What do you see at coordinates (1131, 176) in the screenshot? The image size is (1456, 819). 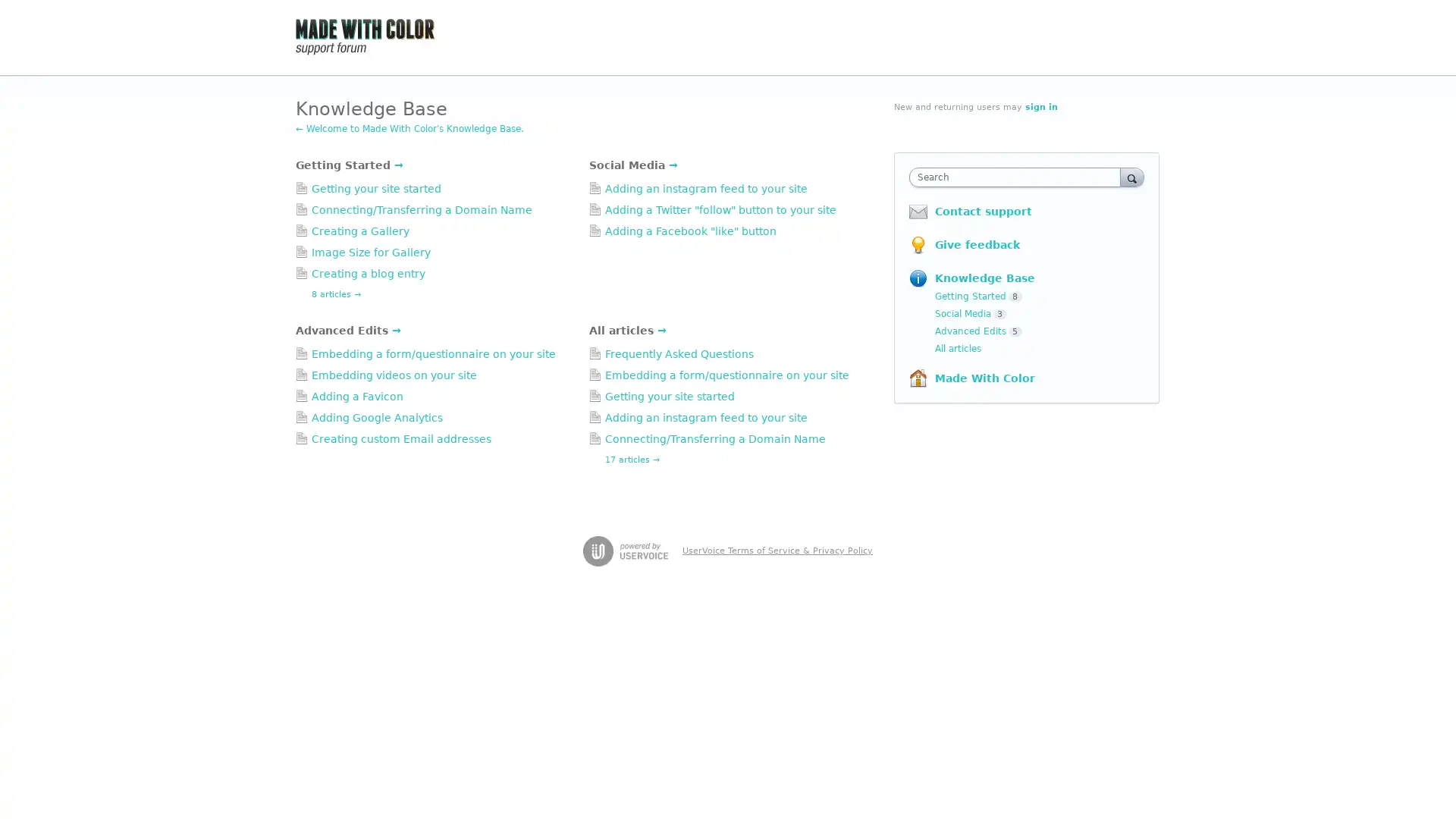 I see `Search` at bounding box center [1131, 176].